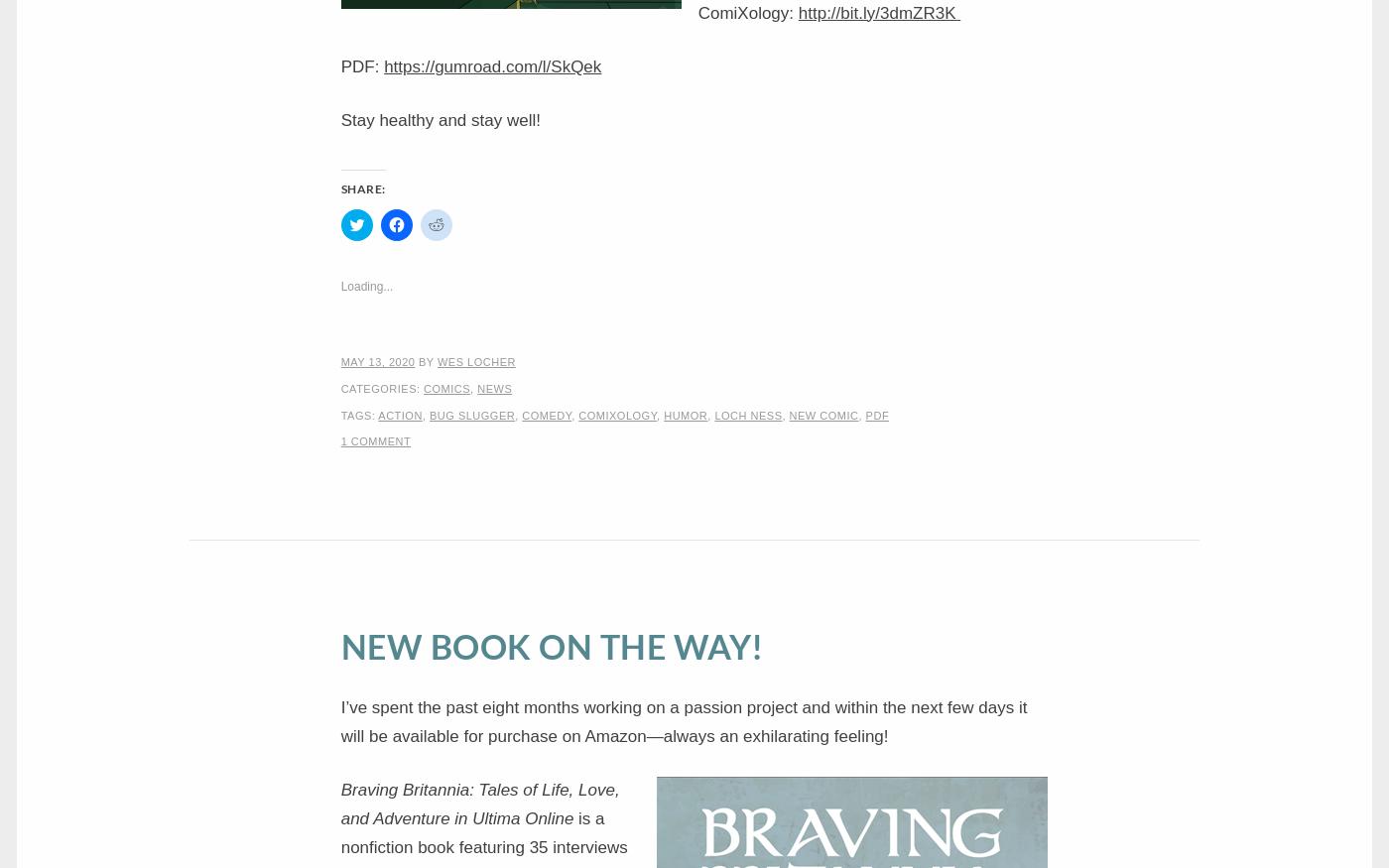 This screenshot has height=868, width=1389. Describe the element at coordinates (551, 644) in the screenshot. I see `'New book on the way!'` at that location.